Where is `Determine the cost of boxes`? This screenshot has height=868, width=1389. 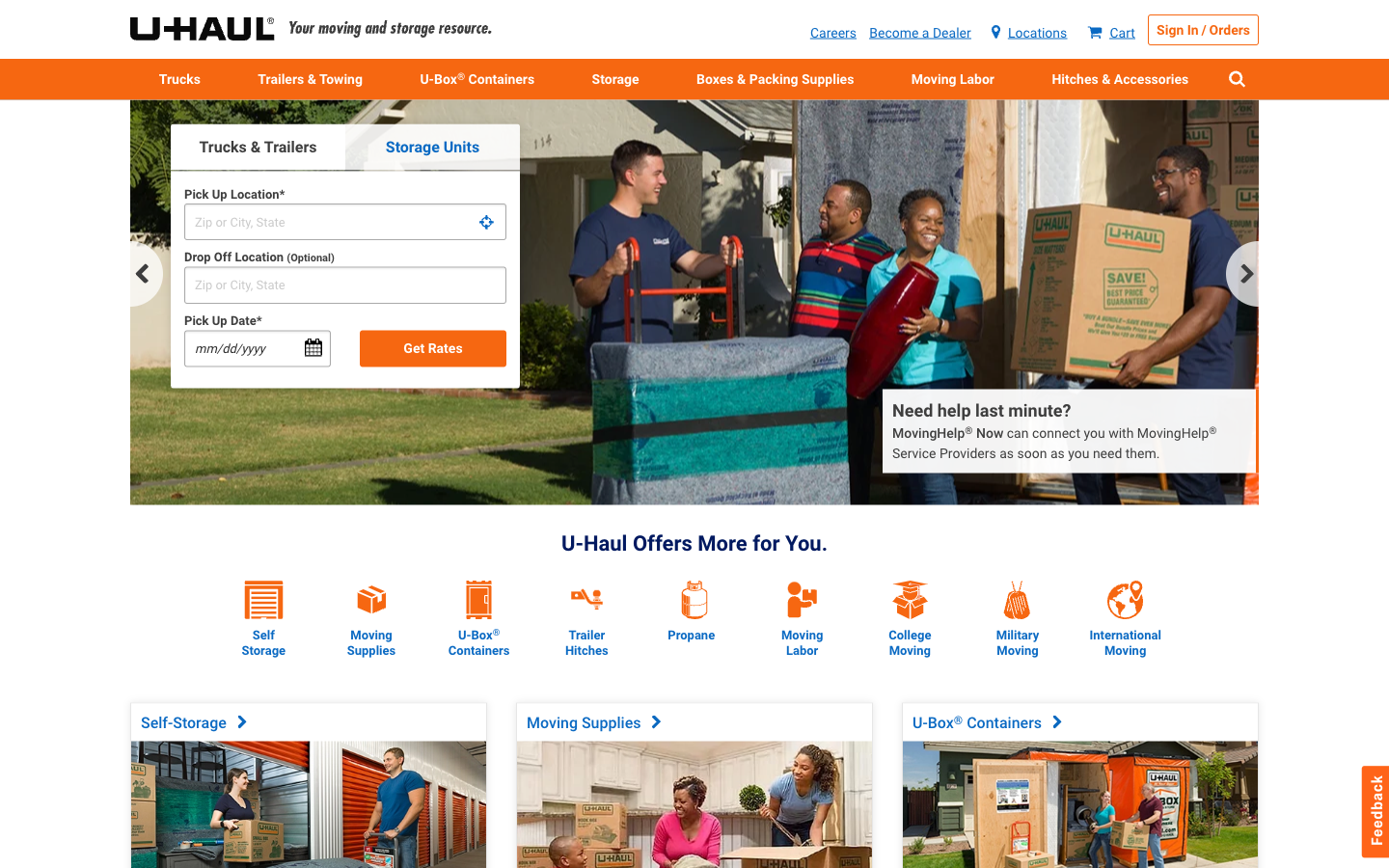
Determine the cost of boxes is located at coordinates (370, 583).